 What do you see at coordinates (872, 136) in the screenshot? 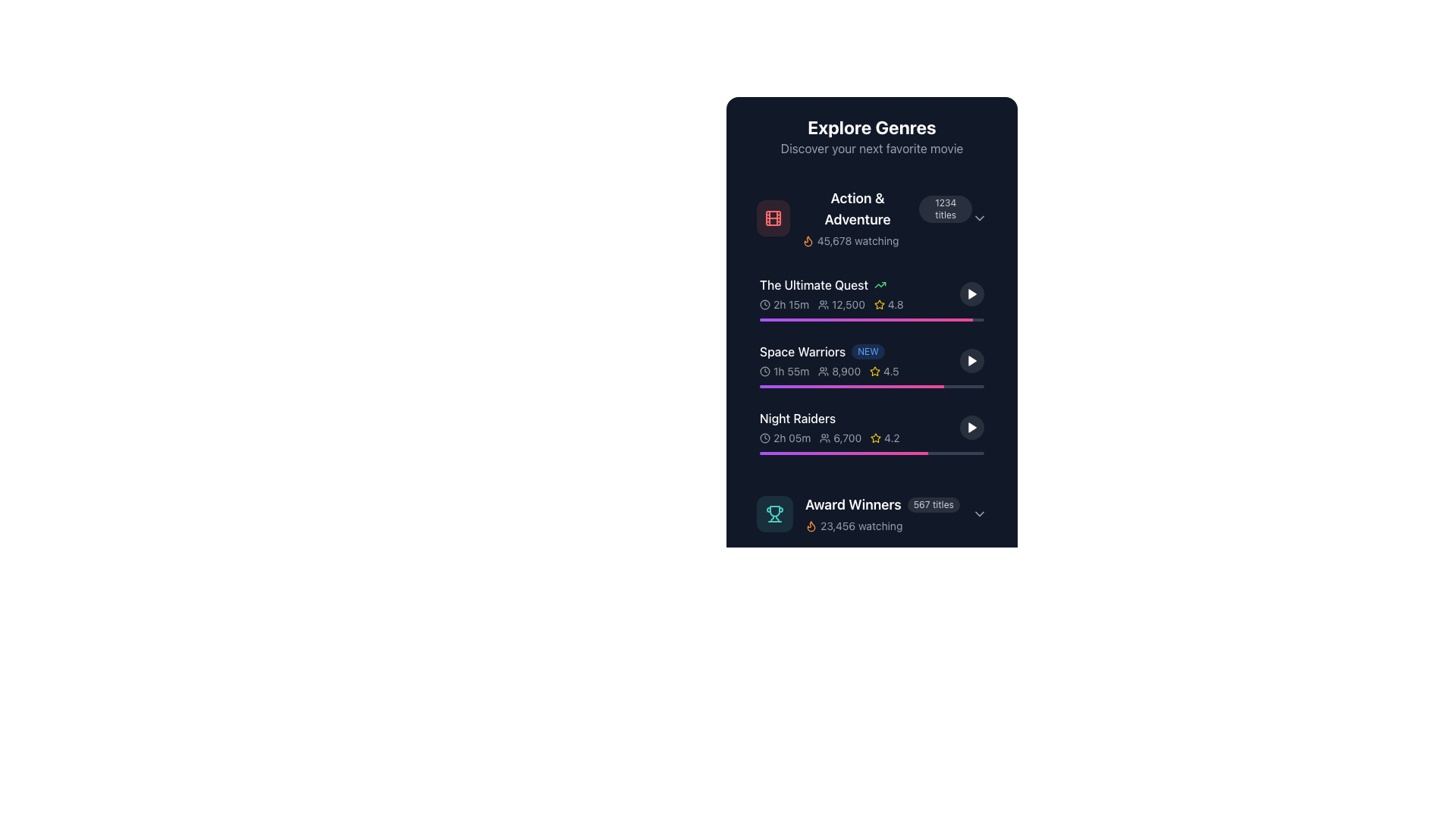
I see `the header element displaying 'Explore Genres' and the subheader 'Discover your next favorite movie', which is styled with bold white text on a dark background` at bounding box center [872, 136].